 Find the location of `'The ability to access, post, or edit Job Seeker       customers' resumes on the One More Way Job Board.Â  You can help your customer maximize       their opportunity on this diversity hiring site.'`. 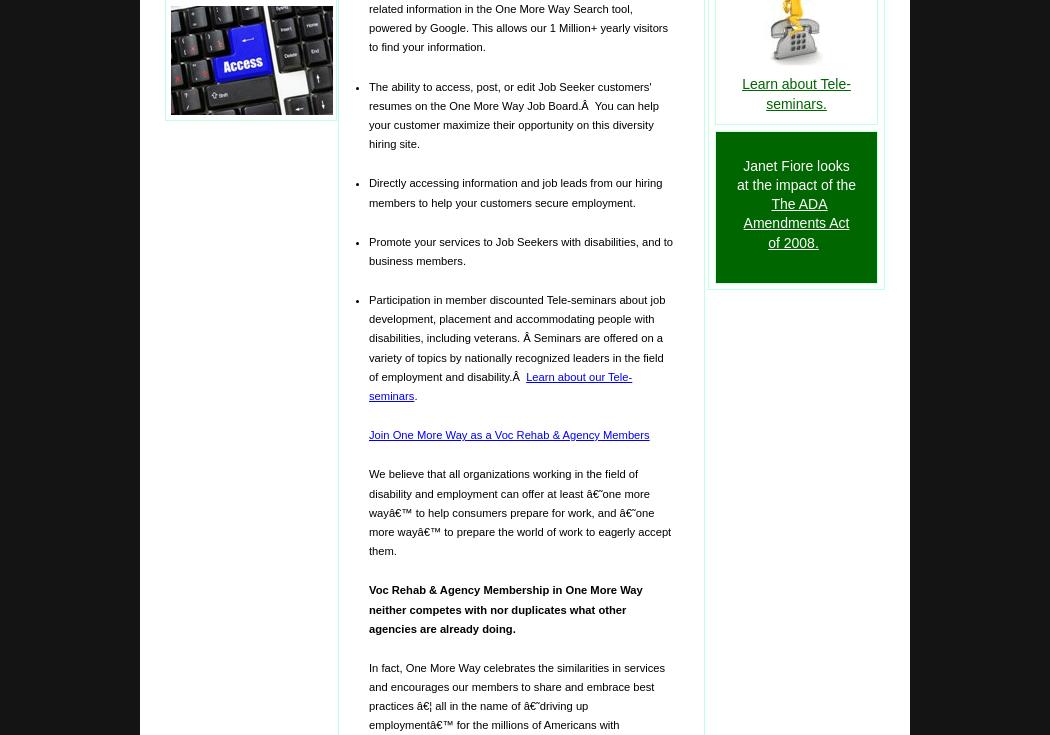

'The ability to access, post, or edit Job Seeker       customers' resumes on the One More Way Job Board.Â  You can help your customer maximize       their opportunity on this diversity hiring site.' is located at coordinates (512, 114).